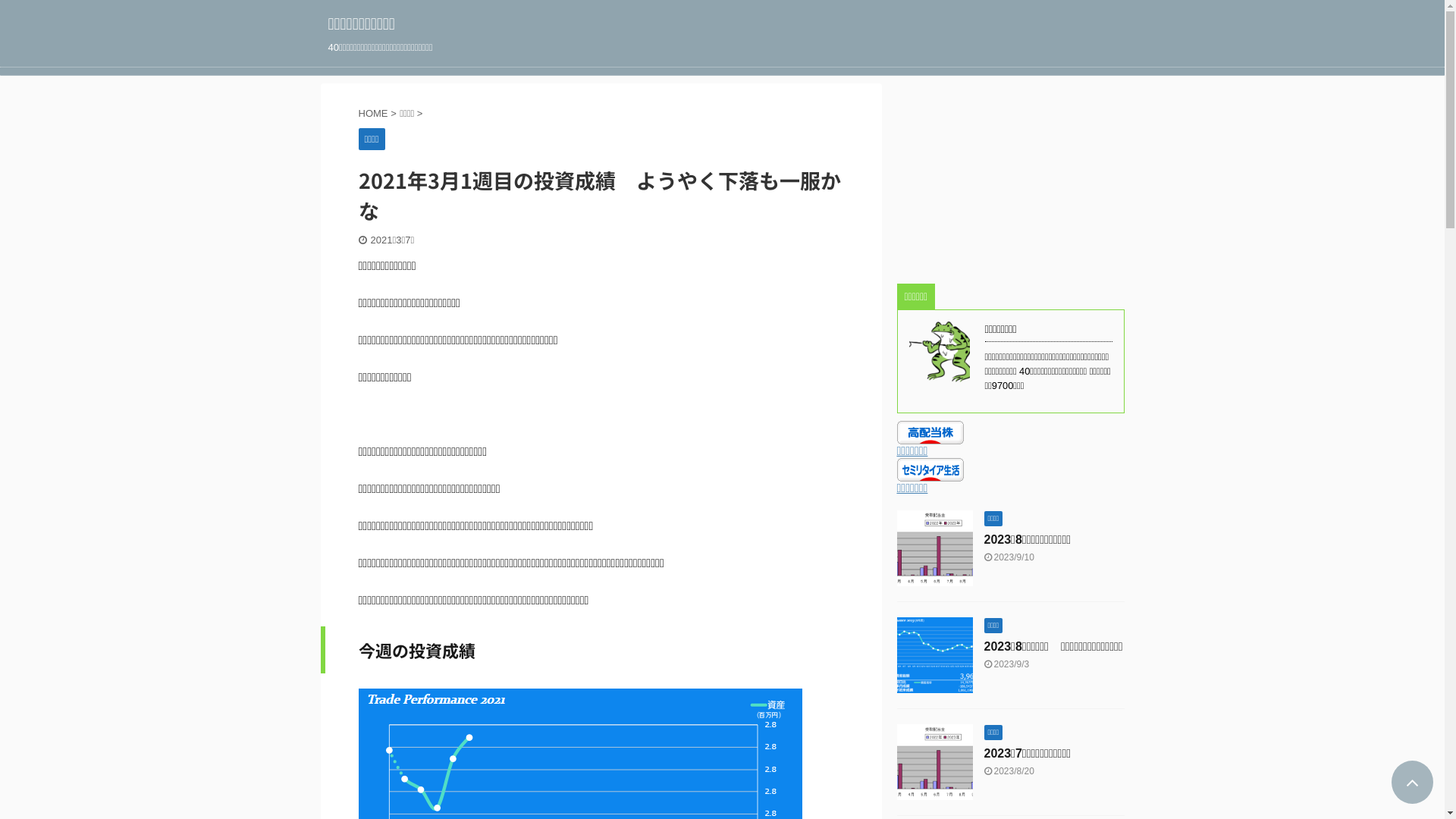 The height and width of the screenshot is (819, 1456). Describe the element at coordinates (1009, 177) in the screenshot. I see `'Advertisement'` at that location.